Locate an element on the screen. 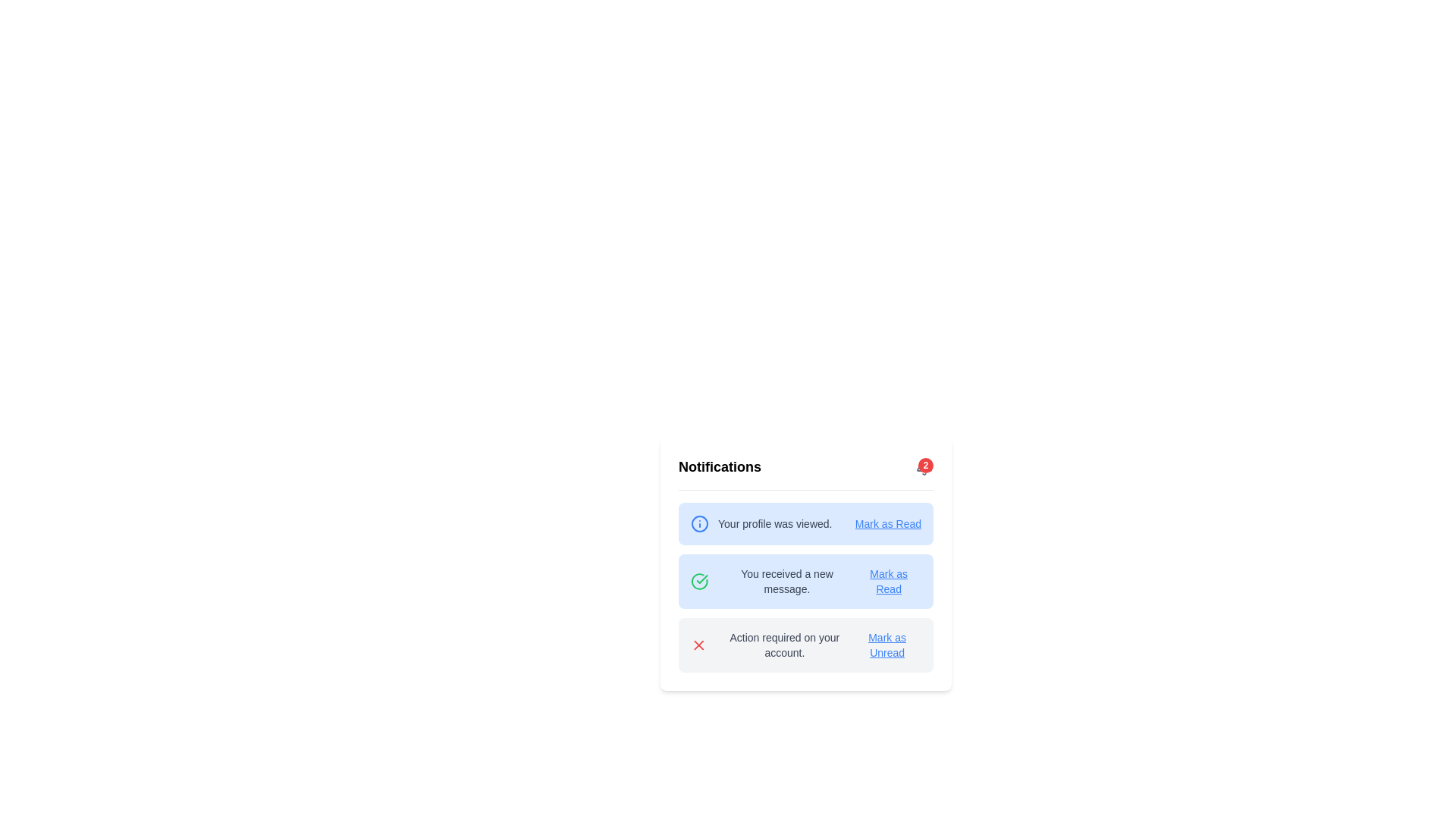  the count displayed on the circular red Counter badge showing the number '2' located at the top-right corner of the notification icon is located at coordinates (924, 464).